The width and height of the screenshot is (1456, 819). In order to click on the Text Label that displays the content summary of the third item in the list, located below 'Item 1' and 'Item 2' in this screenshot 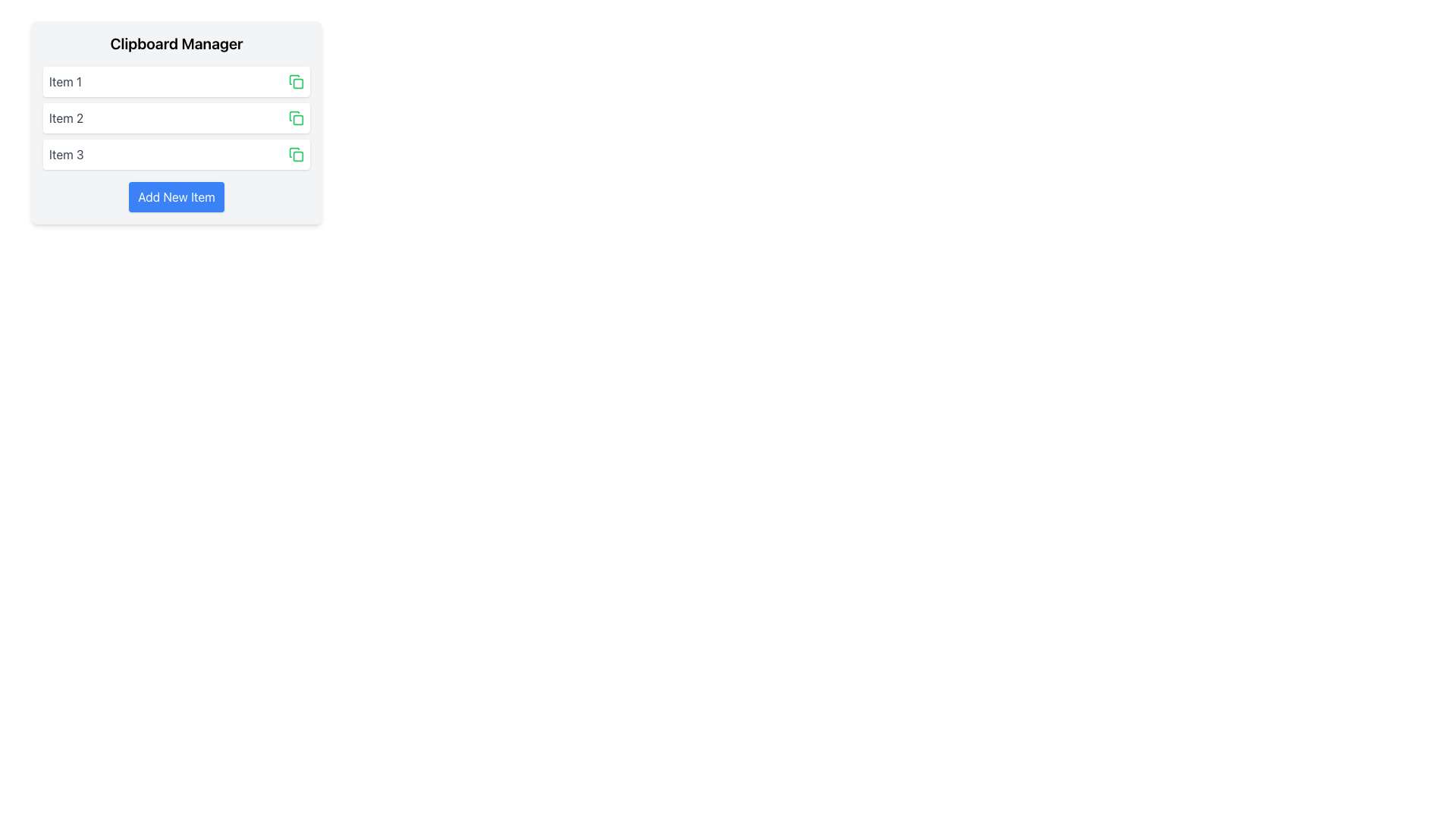, I will do `click(65, 155)`.